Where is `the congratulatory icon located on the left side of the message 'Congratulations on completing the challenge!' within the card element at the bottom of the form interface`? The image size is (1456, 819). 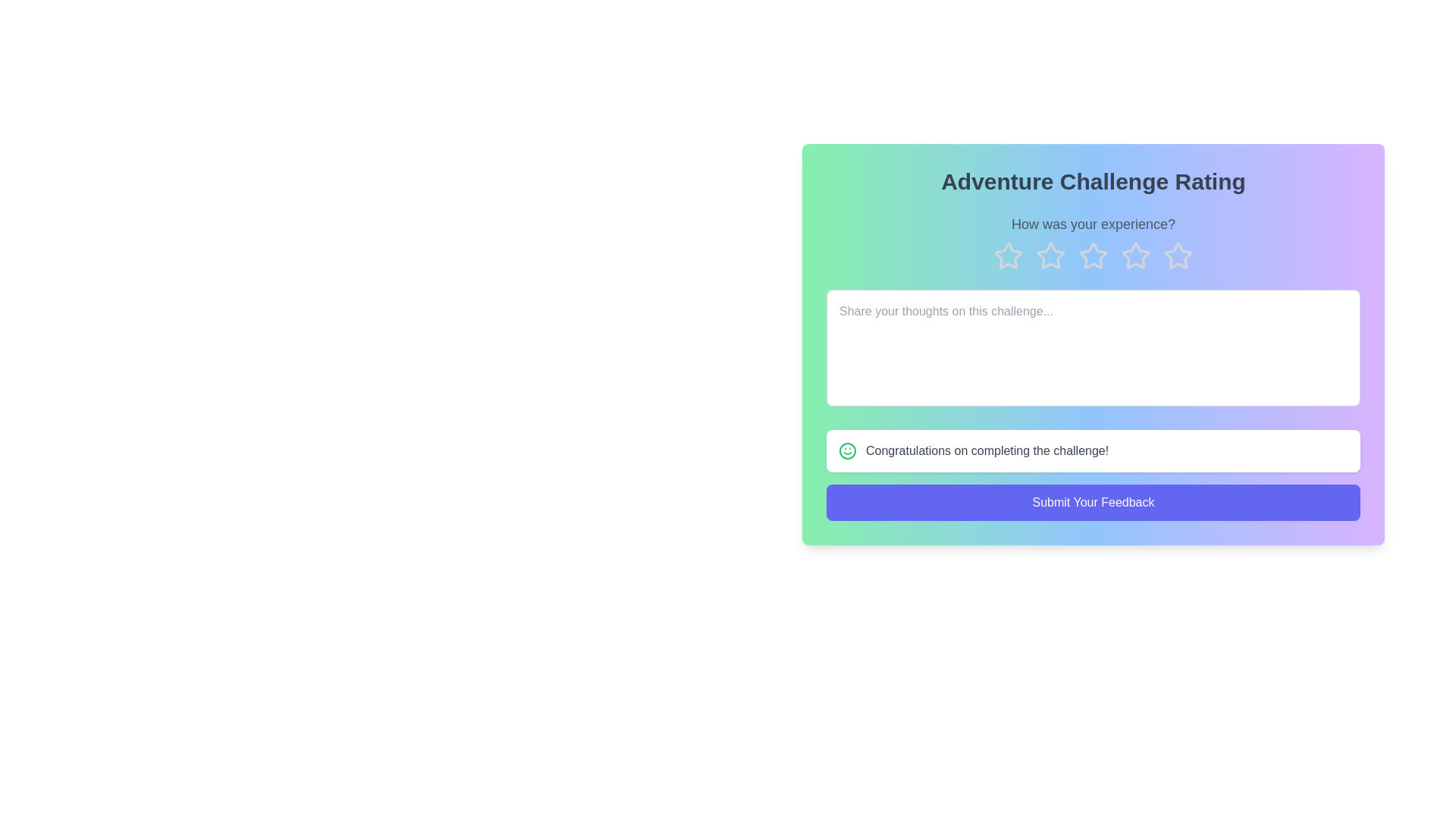
the congratulatory icon located on the left side of the message 'Congratulations on completing the challenge!' within the card element at the bottom of the form interface is located at coordinates (847, 450).